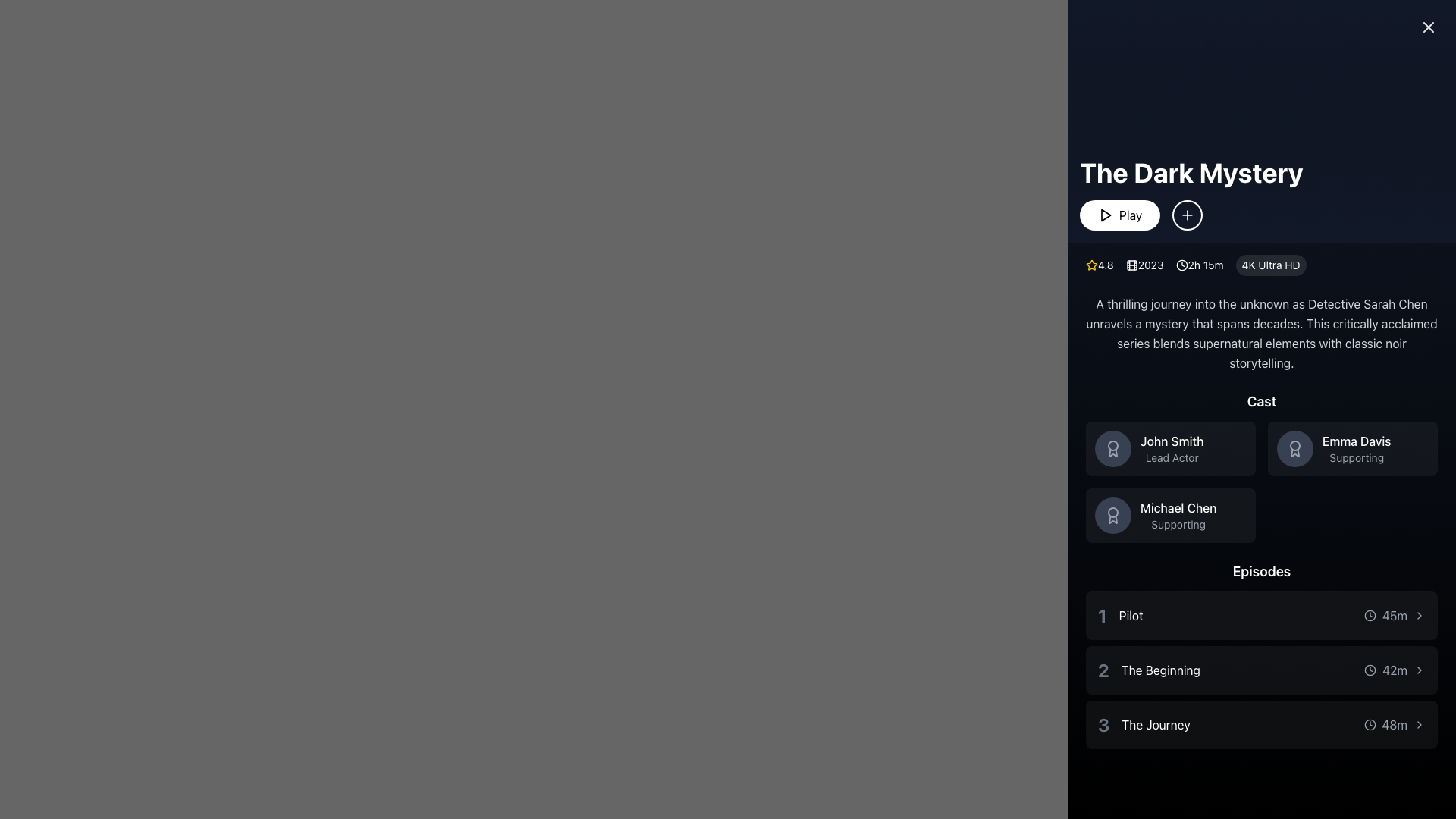 The image size is (1456, 819). What do you see at coordinates (1187, 215) in the screenshot?
I see `the '+' button located to the right of the Play button and slightly above the title 'The Dark Mystery'` at bounding box center [1187, 215].